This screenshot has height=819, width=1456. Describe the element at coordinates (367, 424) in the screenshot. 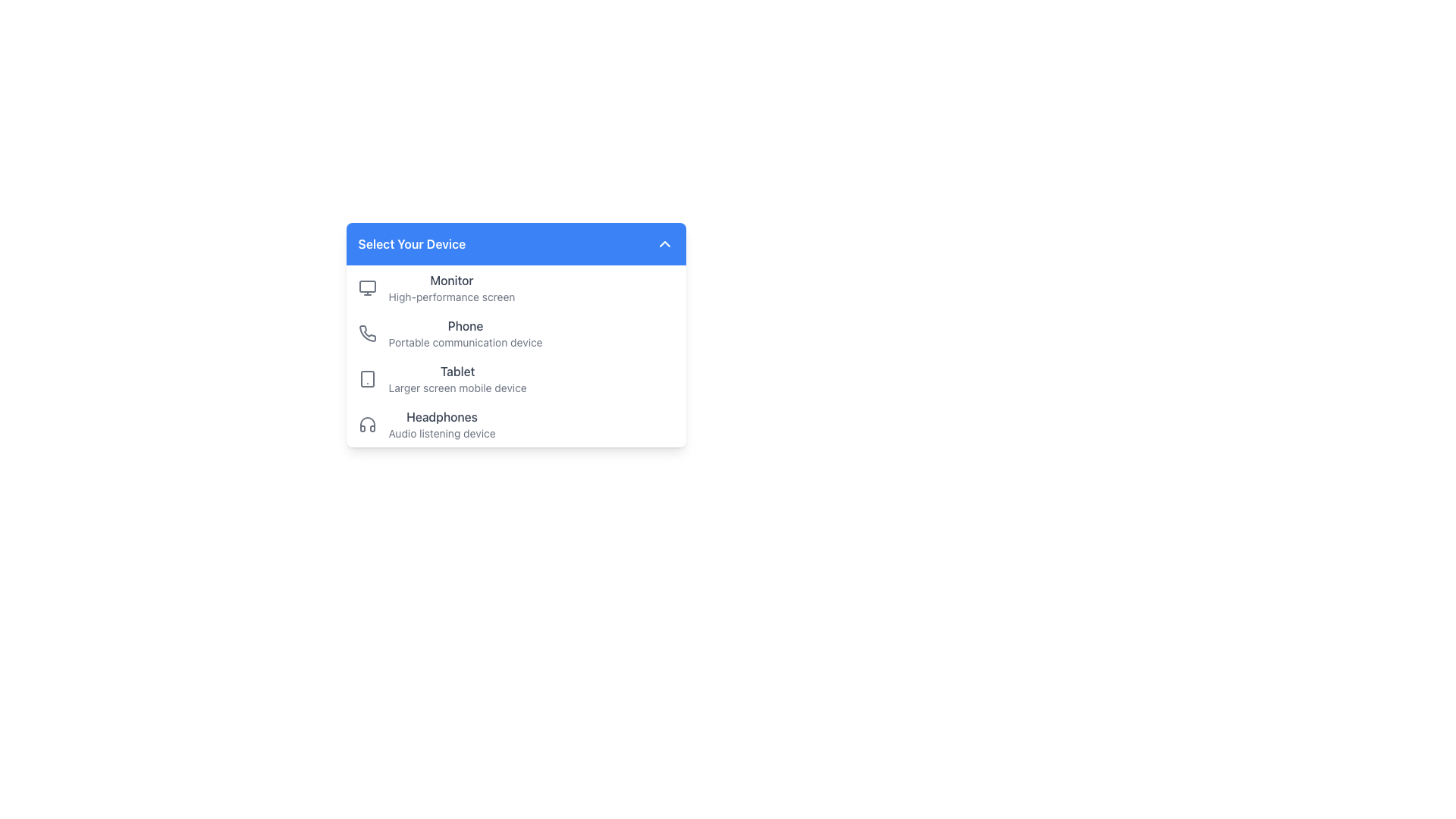

I see `the 'Headphones' icon in the device selection dropdown menu` at that location.